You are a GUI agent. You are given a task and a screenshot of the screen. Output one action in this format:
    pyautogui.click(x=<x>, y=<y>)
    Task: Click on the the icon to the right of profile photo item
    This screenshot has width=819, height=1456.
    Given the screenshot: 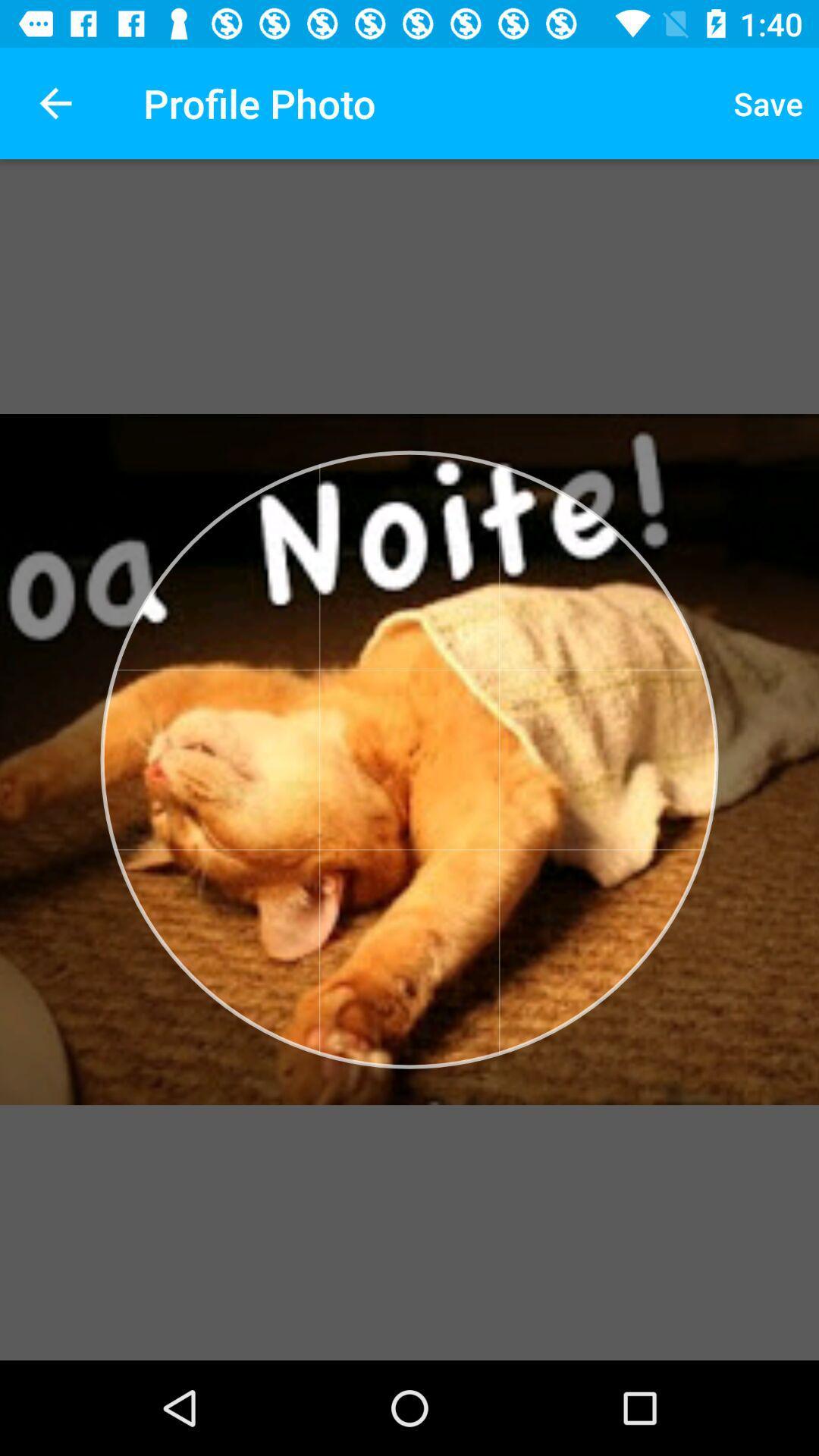 What is the action you would take?
    pyautogui.click(x=768, y=102)
    